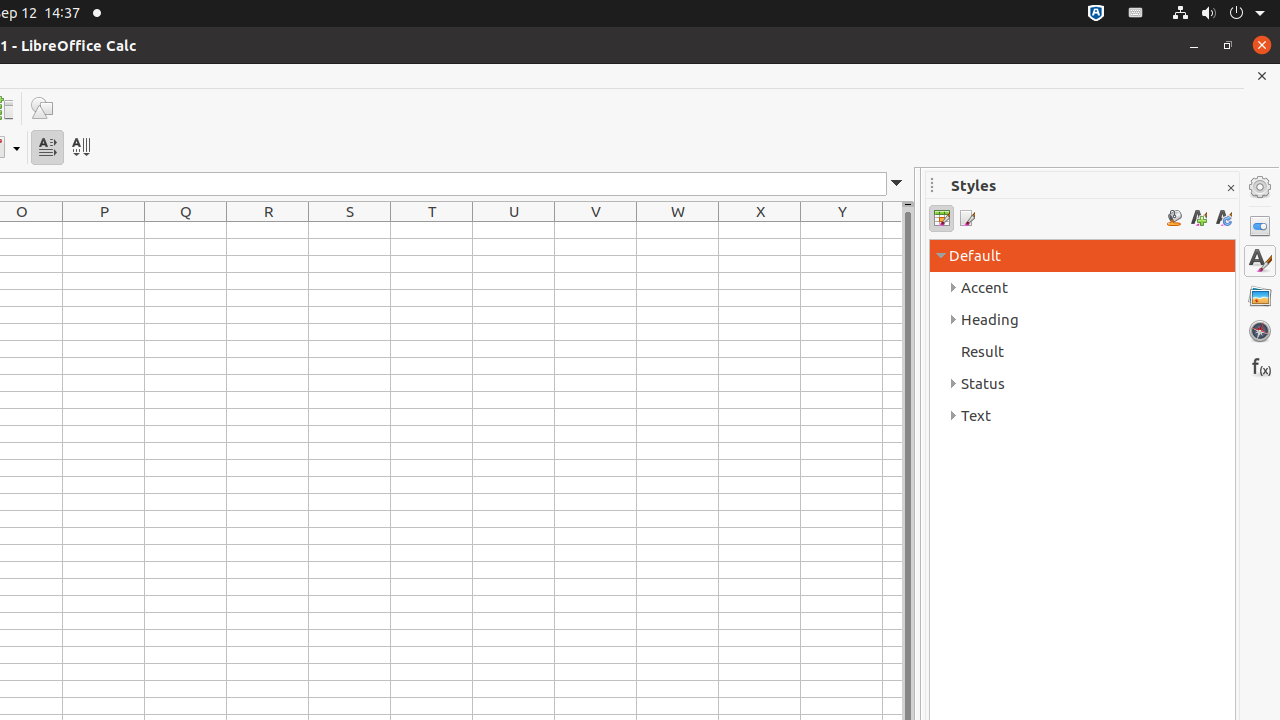 This screenshot has width=1280, height=720. I want to click on 'Draw Functions', so click(41, 108).